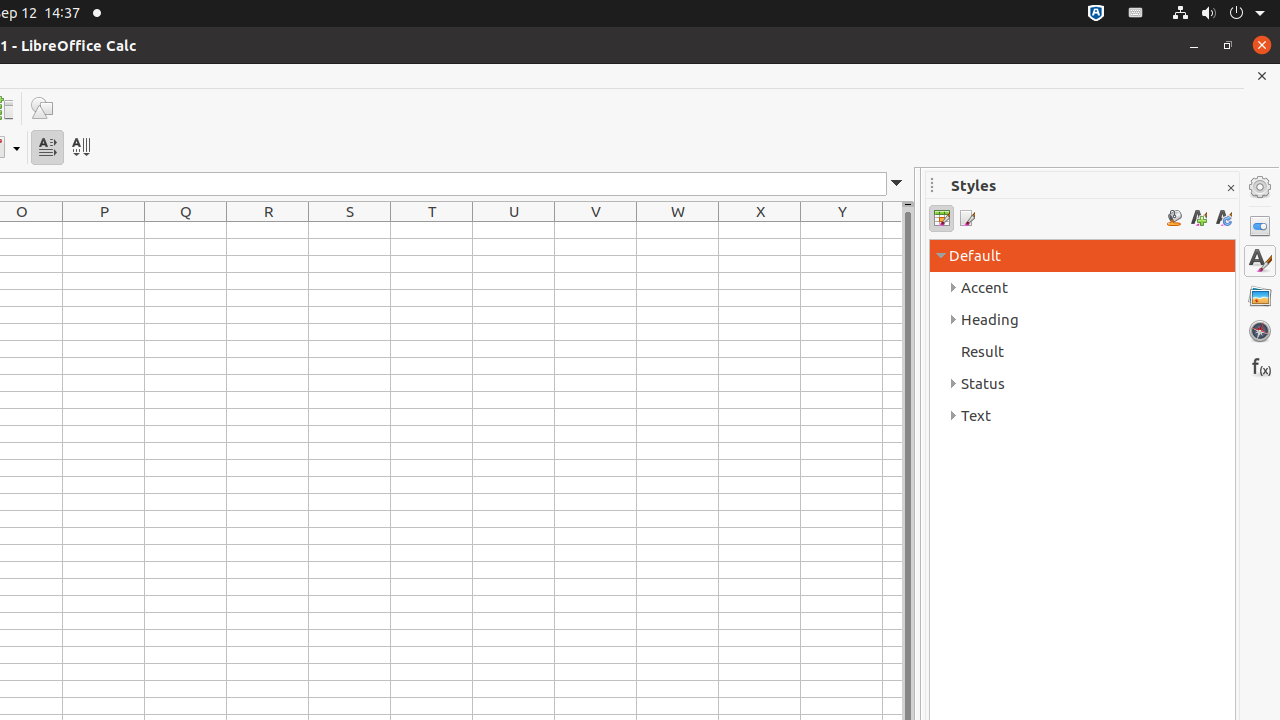 This screenshot has width=1280, height=720. I want to click on 'Draw Functions', so click(41, 108).